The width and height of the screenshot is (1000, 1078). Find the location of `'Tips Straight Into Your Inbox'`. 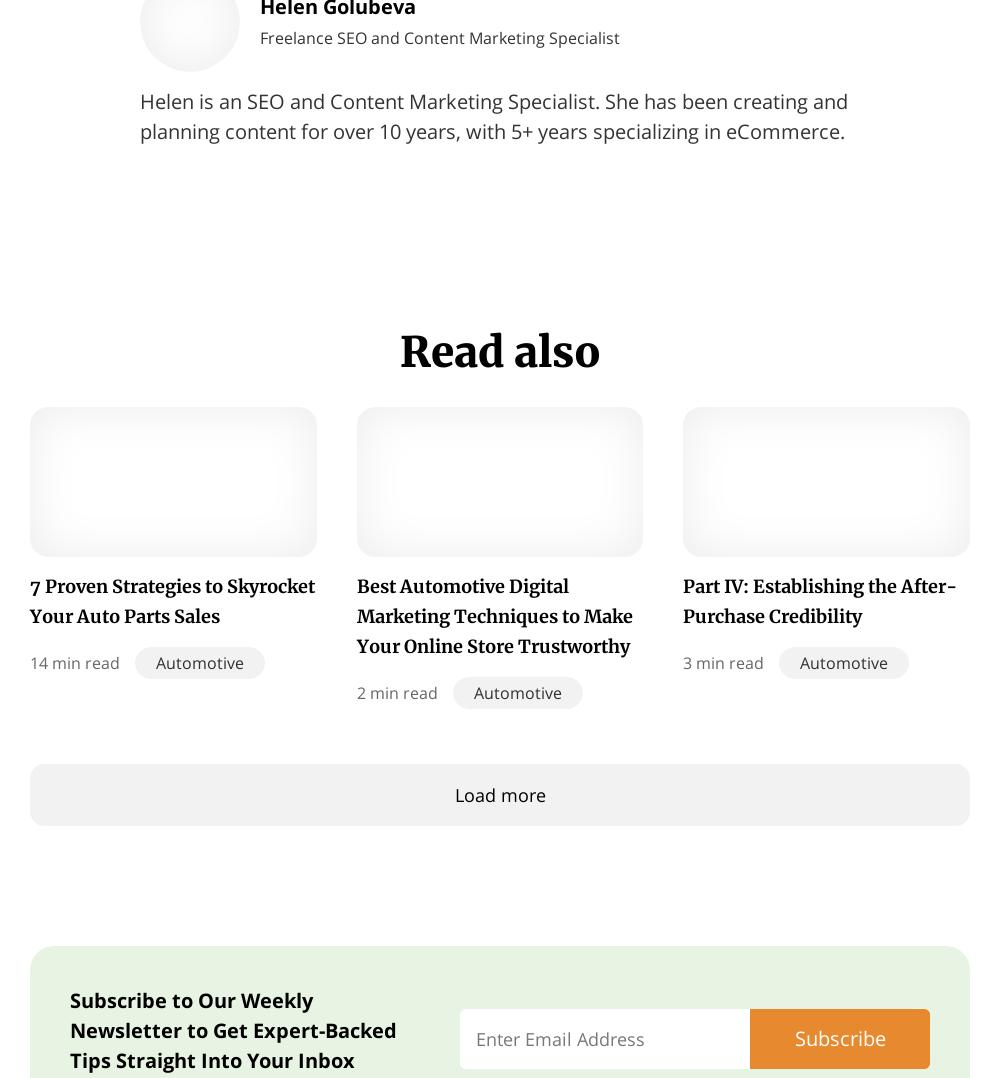

'Tips Straight Into Your Inbox' is located at coordinates (211, 1060).